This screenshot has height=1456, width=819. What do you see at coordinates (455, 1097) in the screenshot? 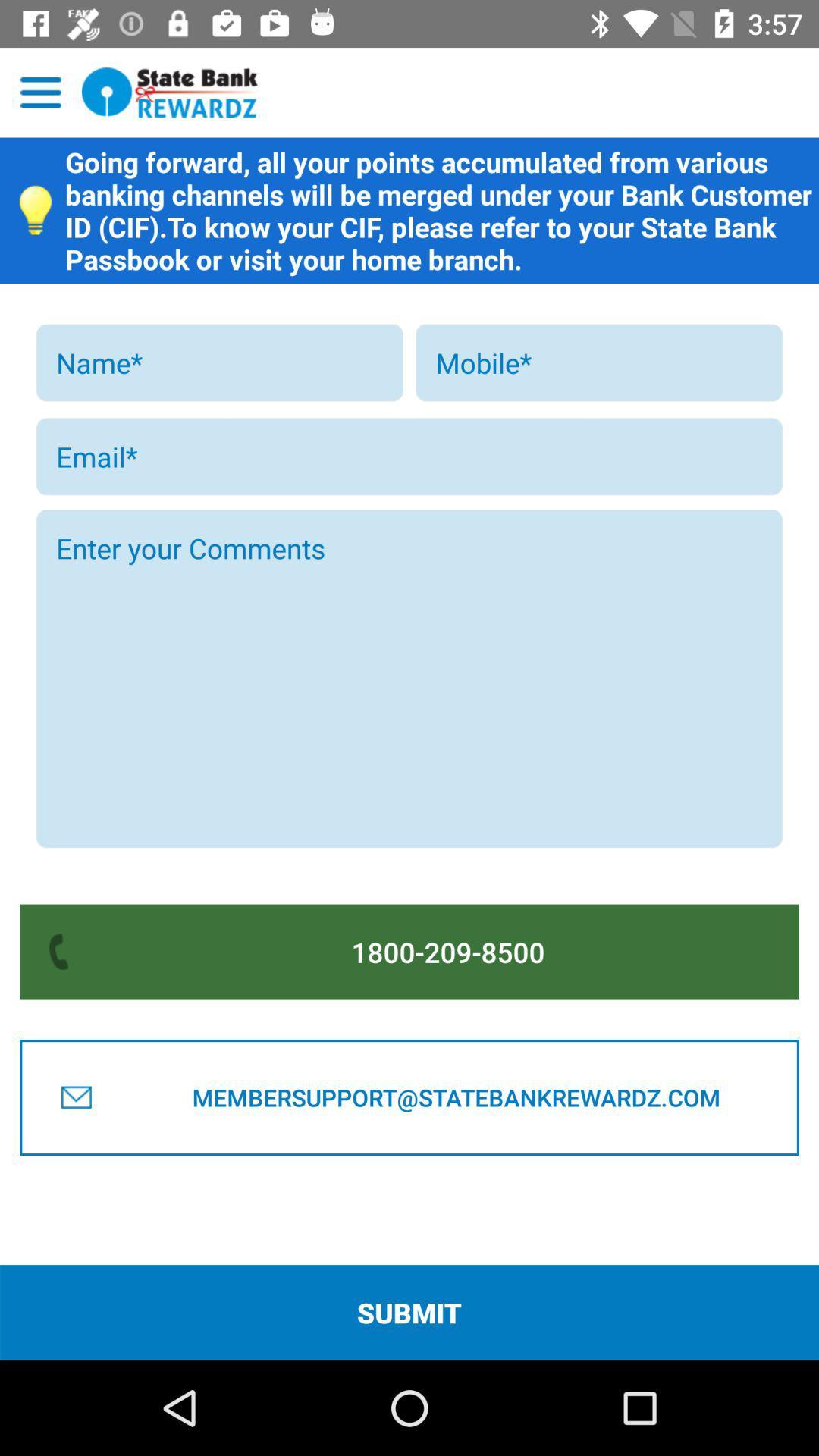
I see `the button below 1800-209-8500 item` at bounding box center [455, 1097].